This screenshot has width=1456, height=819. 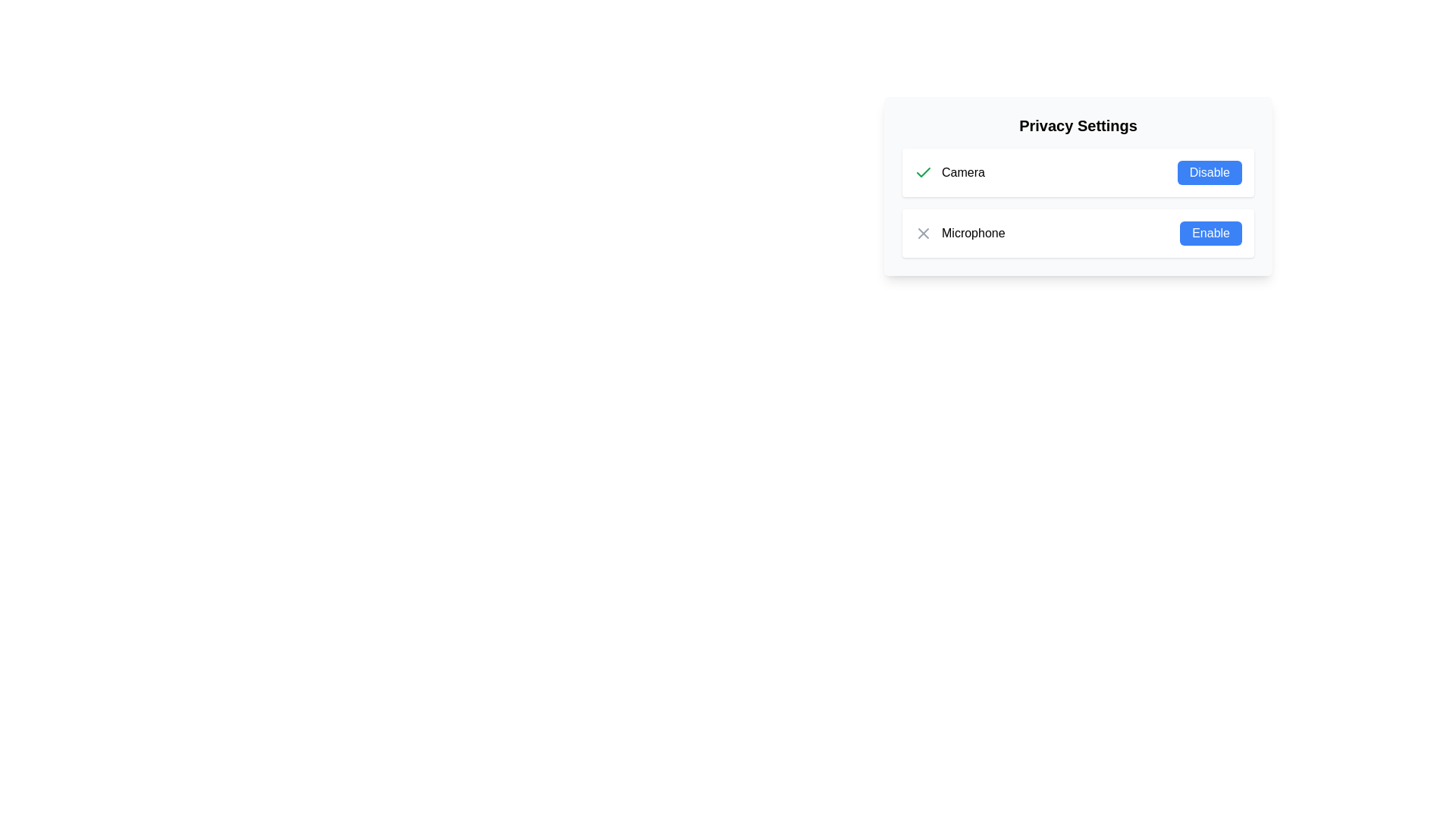 What do you see at coordinates (949, 171) in the screenshot?
I see `the Static label with a green check icon and the text 'Camera' located within the top row of the 'Privacy Settings' card, which is positioned to the left of the blue 'Disable' button` at bounding box center [949, 171].